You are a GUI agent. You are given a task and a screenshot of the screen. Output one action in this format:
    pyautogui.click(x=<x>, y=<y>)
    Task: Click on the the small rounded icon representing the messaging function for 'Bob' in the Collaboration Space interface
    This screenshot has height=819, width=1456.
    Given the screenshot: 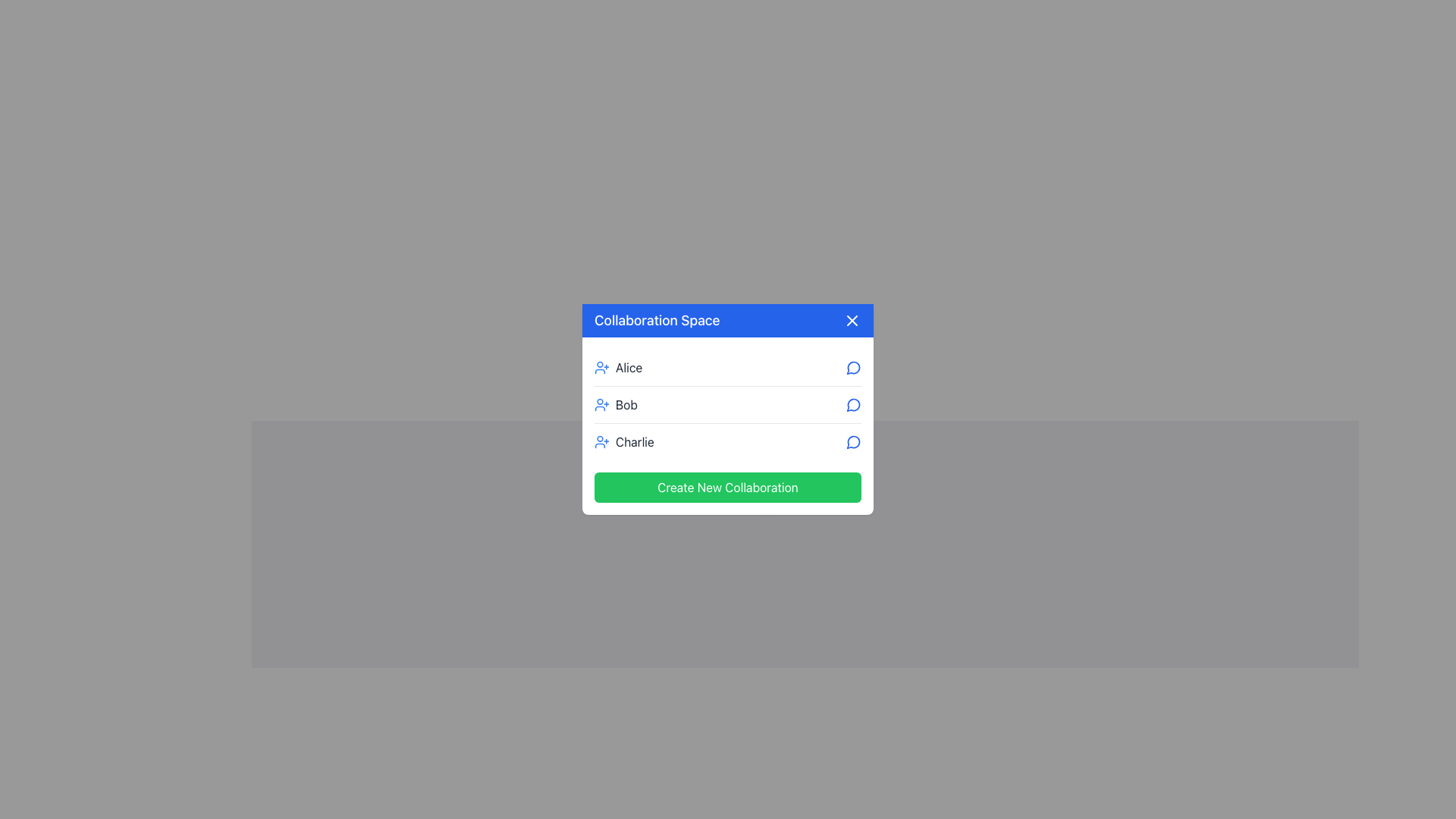 What is the action you would take?
    pyautogui.click(x=853, y=404)
    